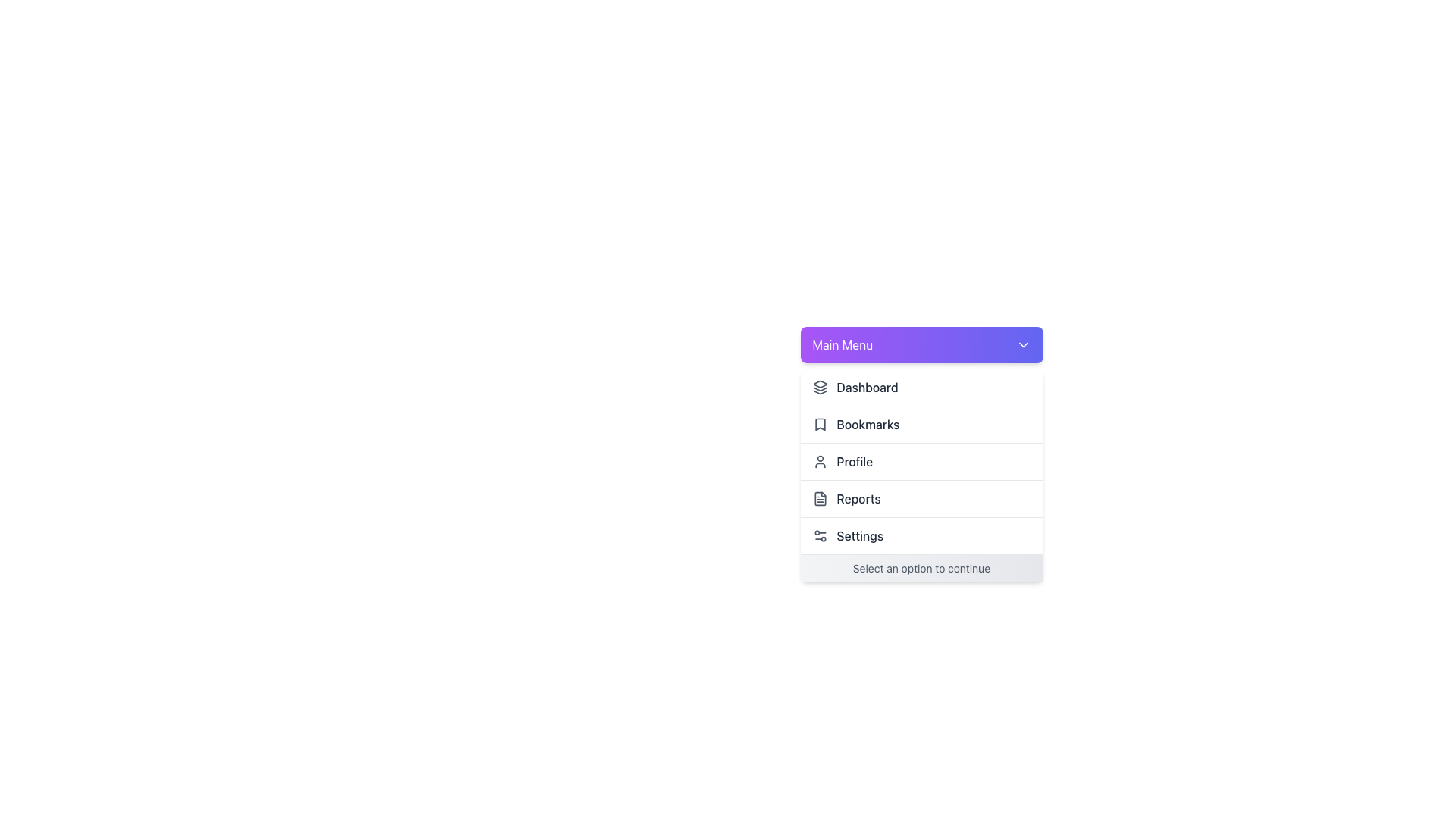 The image size is (1456, 819). Describe the element at coordinates (1023, 345) in the screenshot. I see `the dropdown toggle icon located on the right side of the purple header bar labeled 'Main Menu'` at that location.